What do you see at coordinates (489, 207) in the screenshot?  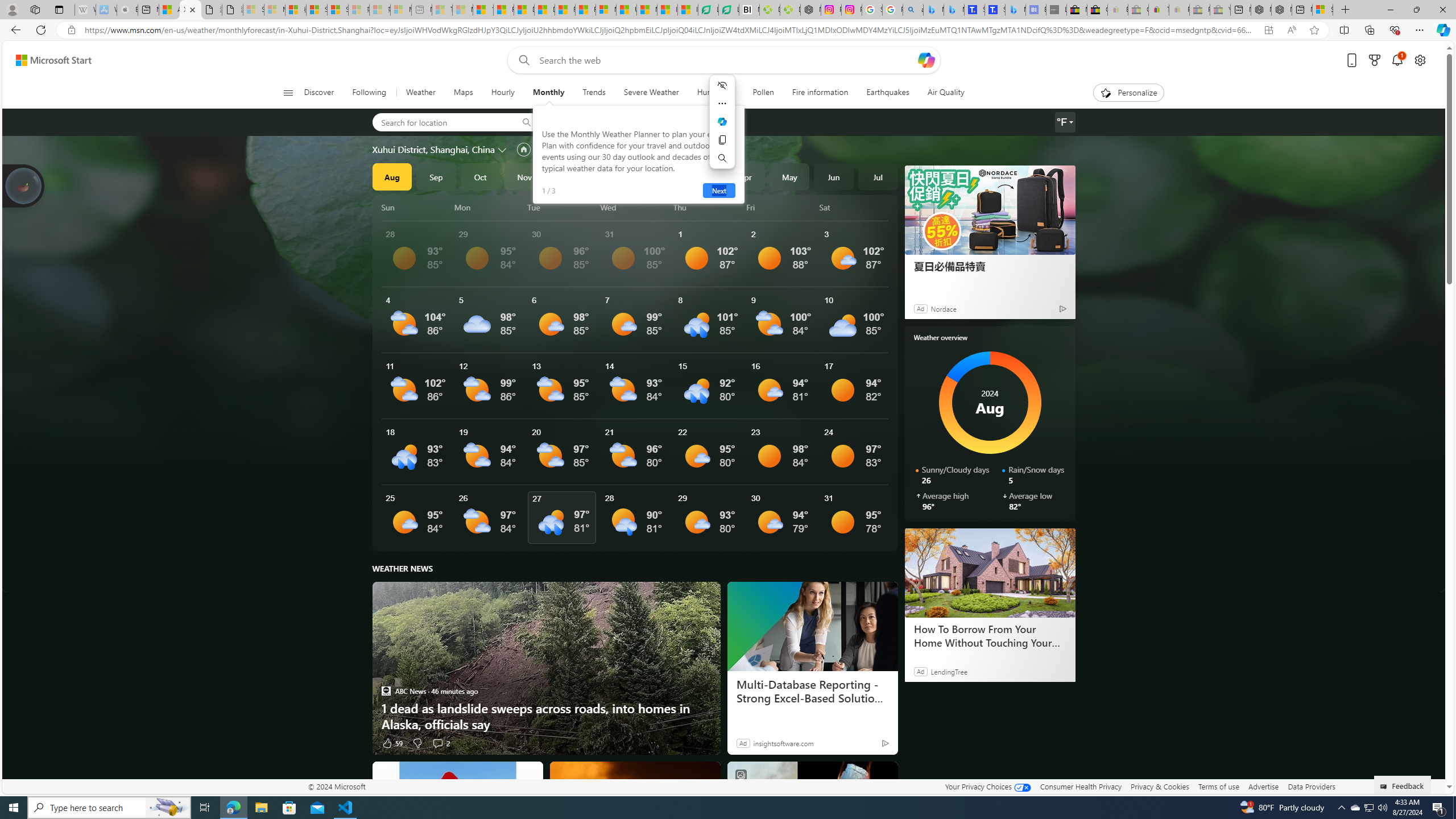 I see `'Mon'` at bounding box center [489, 207].